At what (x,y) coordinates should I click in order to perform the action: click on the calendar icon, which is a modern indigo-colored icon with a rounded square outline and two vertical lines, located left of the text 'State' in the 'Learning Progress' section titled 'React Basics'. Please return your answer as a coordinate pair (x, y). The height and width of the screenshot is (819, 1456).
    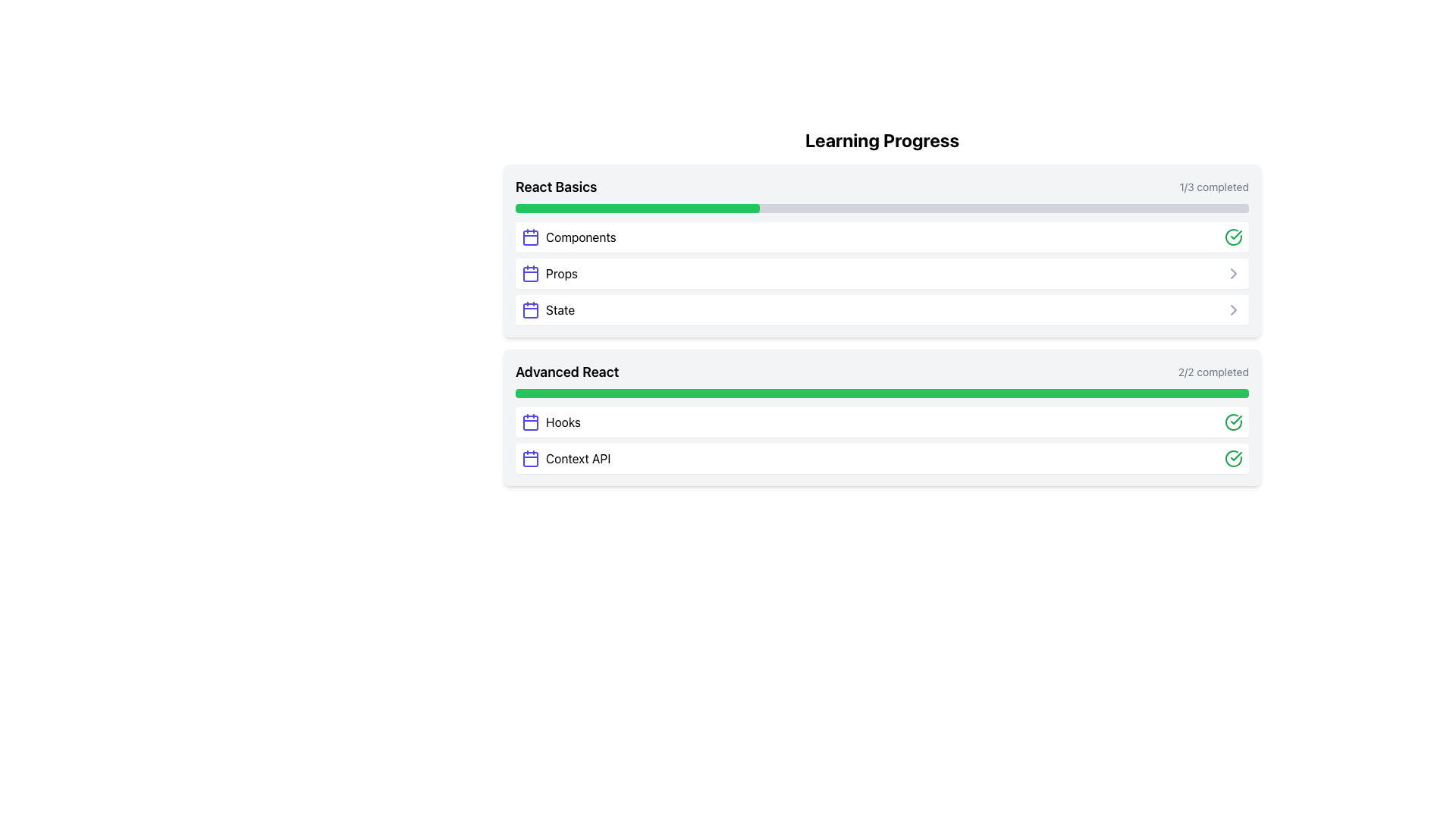
    Looking at the image, I should click on (531, 309).